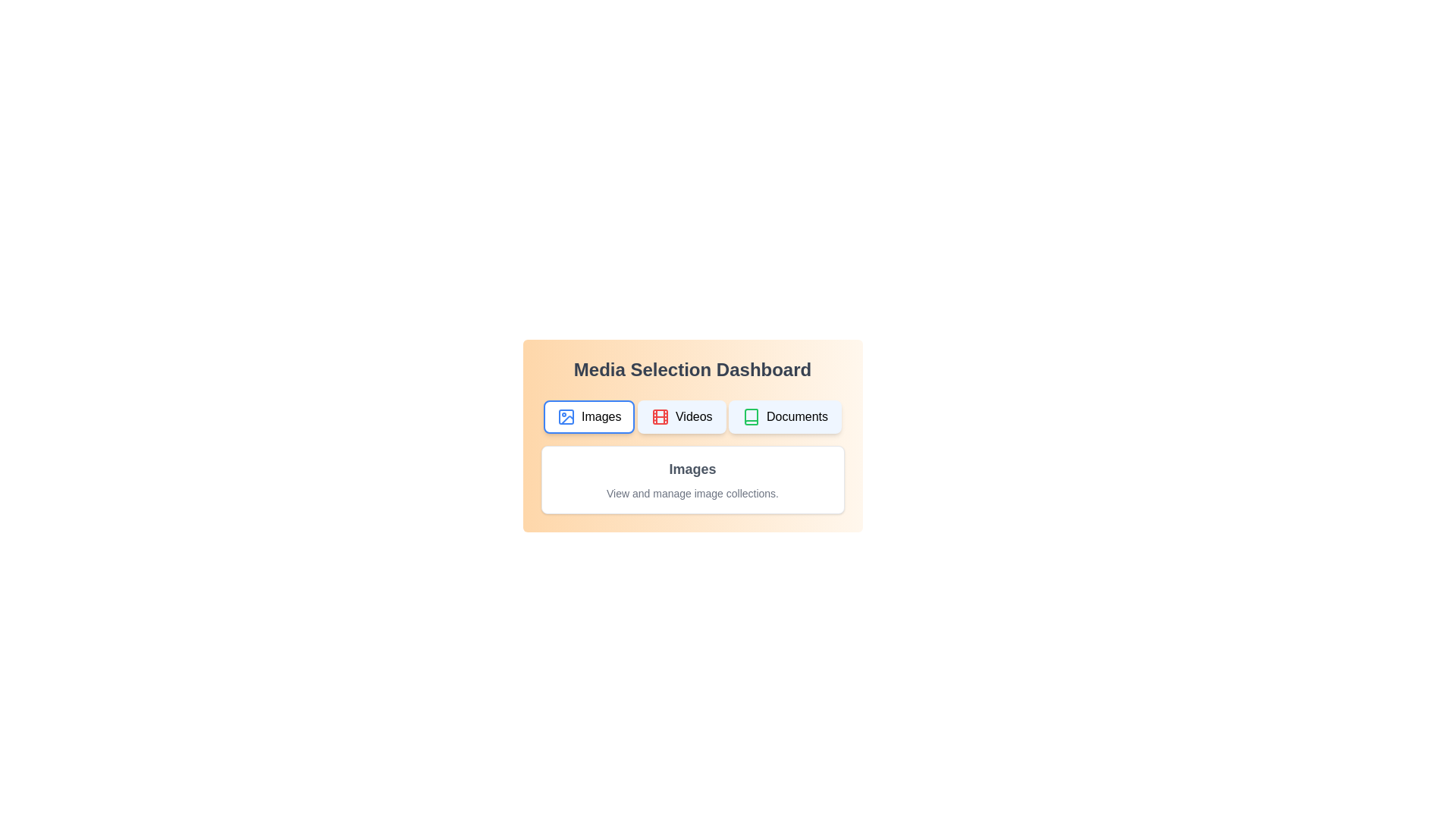 The height and width of the screenshot is (819, 1456). Describe the element at coordinates (566, 417) in the screenshot. I see `the 'Images' category icon, which is the leftmost button in the Media Selection Dashboard section` at that location.